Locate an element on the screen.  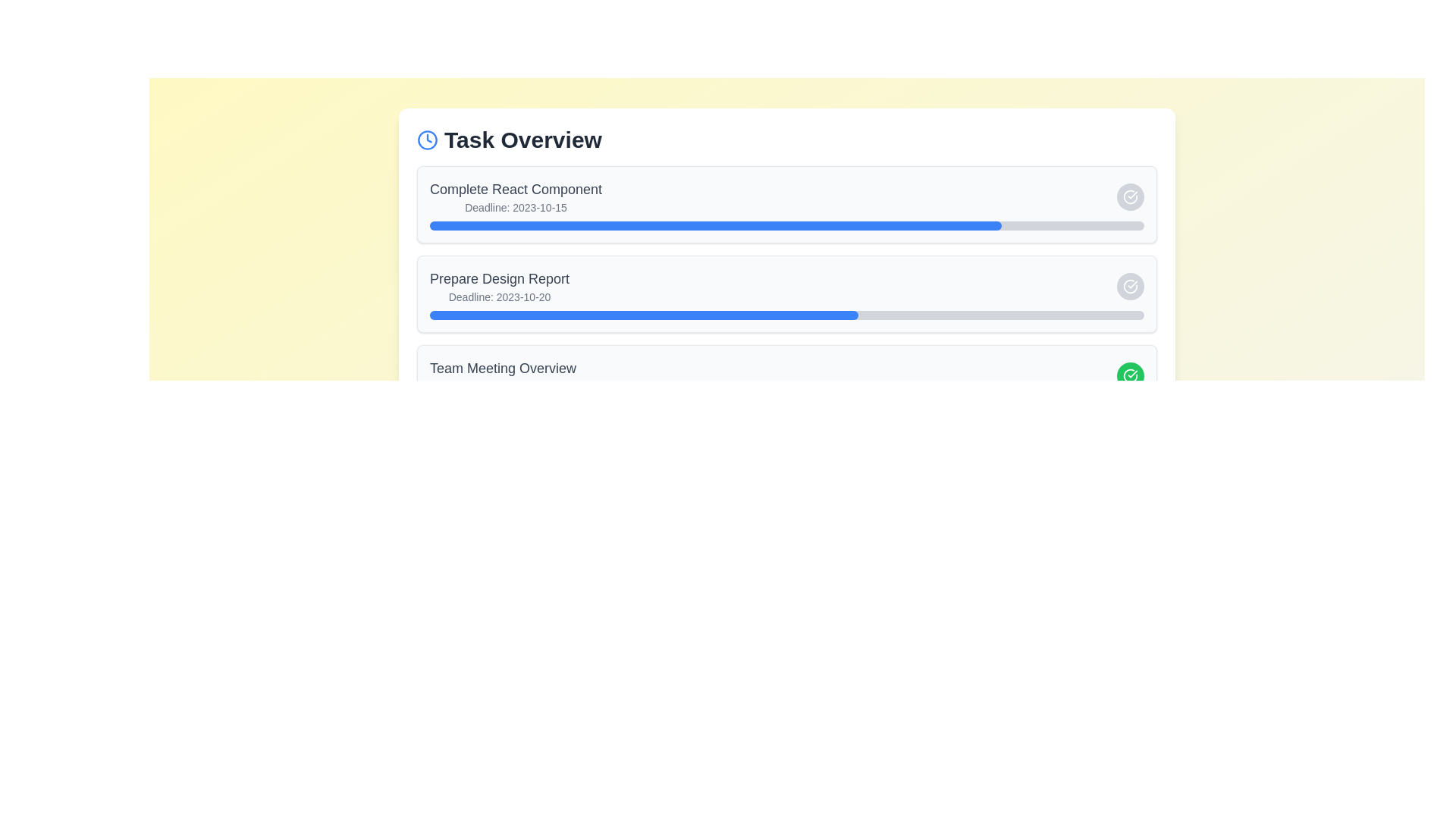
the text label displaying 'Prepare Design Report' is located at coordinates (500, 287).